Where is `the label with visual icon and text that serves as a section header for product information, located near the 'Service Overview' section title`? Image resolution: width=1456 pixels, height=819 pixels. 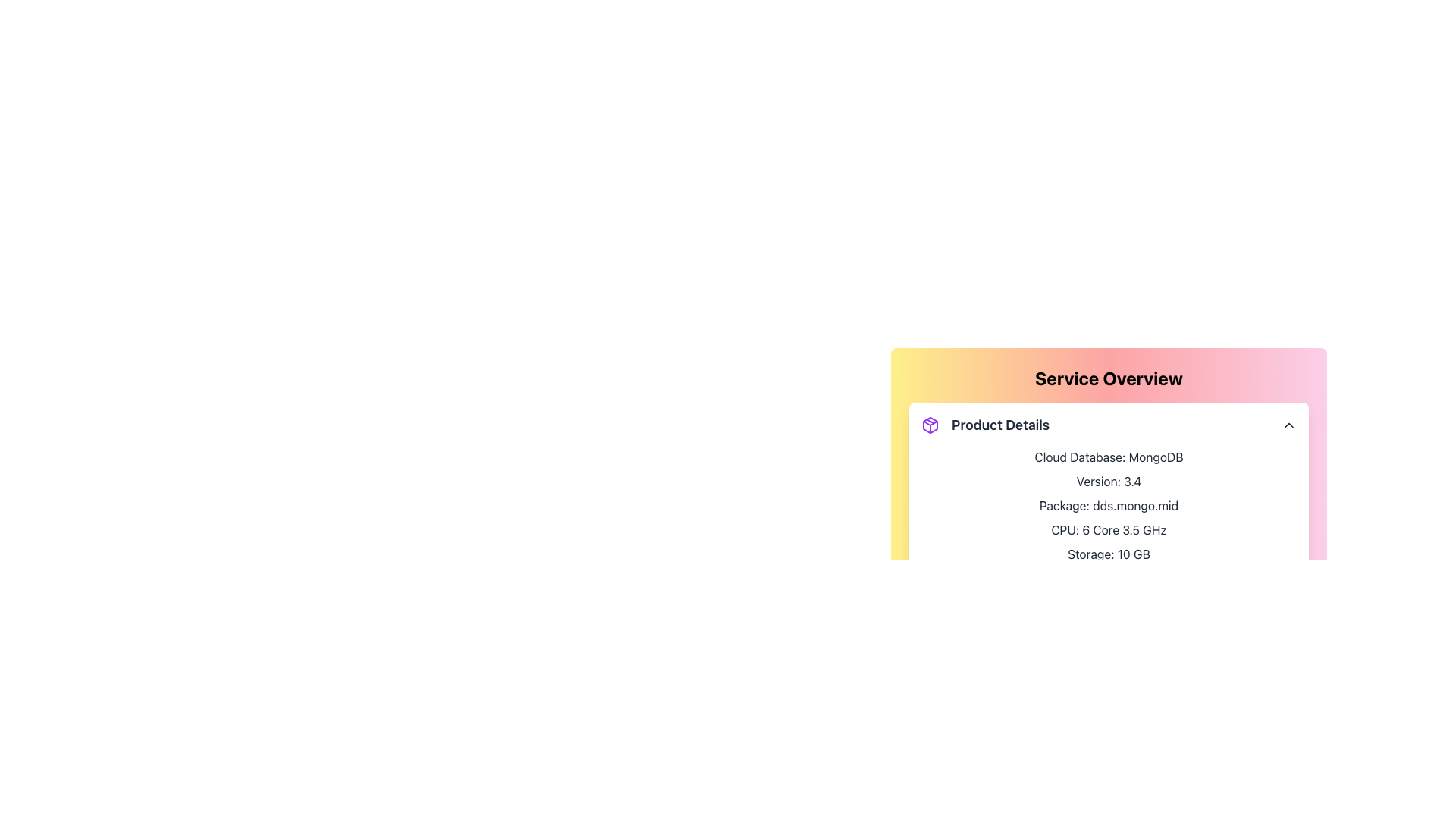 the label with visual icon and text that serves as a section header for product information, located near the 'Service Overview' section title is located at coordinates (985, 425).